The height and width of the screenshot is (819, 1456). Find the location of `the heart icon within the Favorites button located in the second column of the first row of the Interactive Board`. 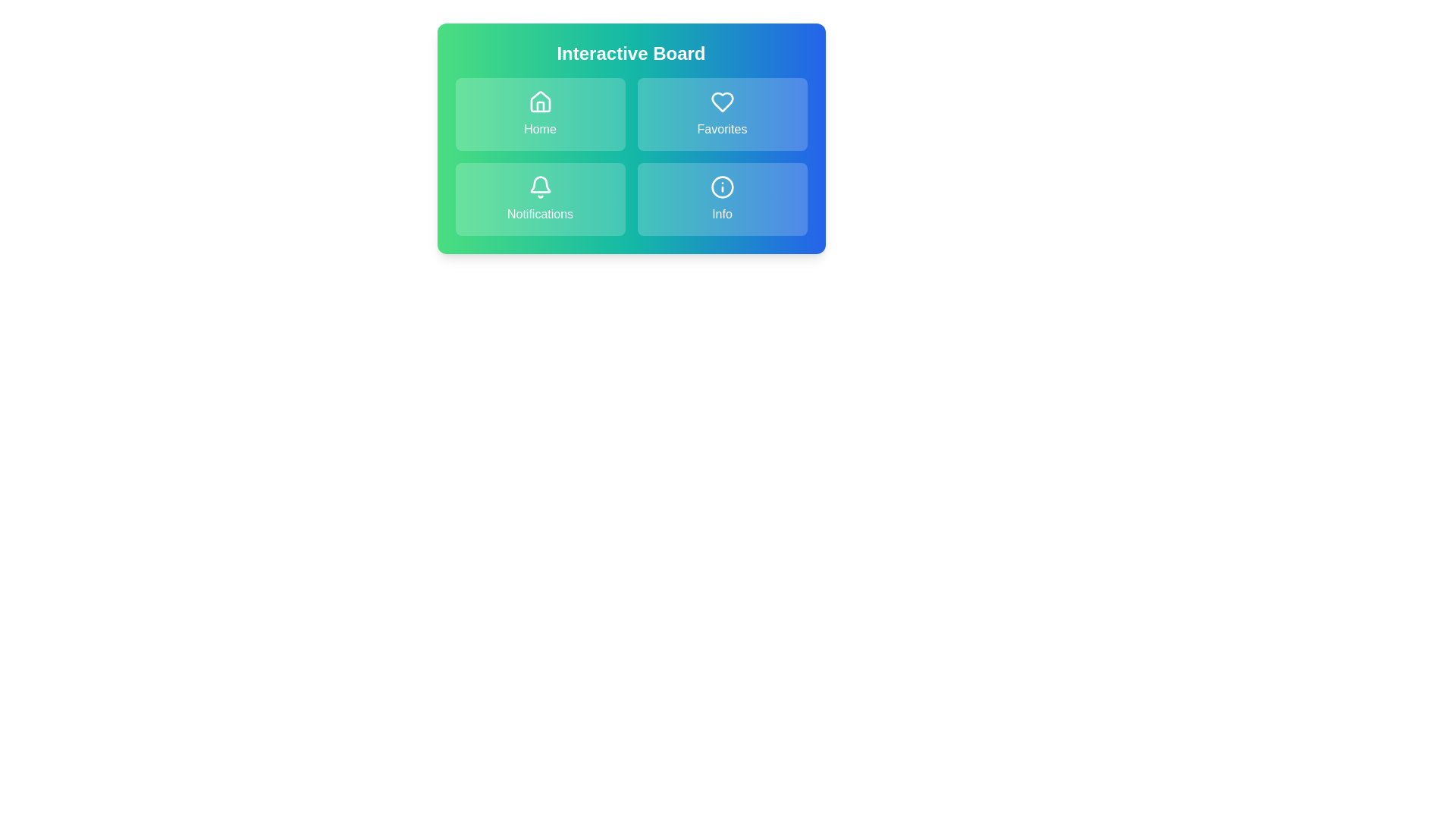

the heart icon within the Favorites button located in the second column of the first row of the Interactive Board is located at coordinates (721, 102).